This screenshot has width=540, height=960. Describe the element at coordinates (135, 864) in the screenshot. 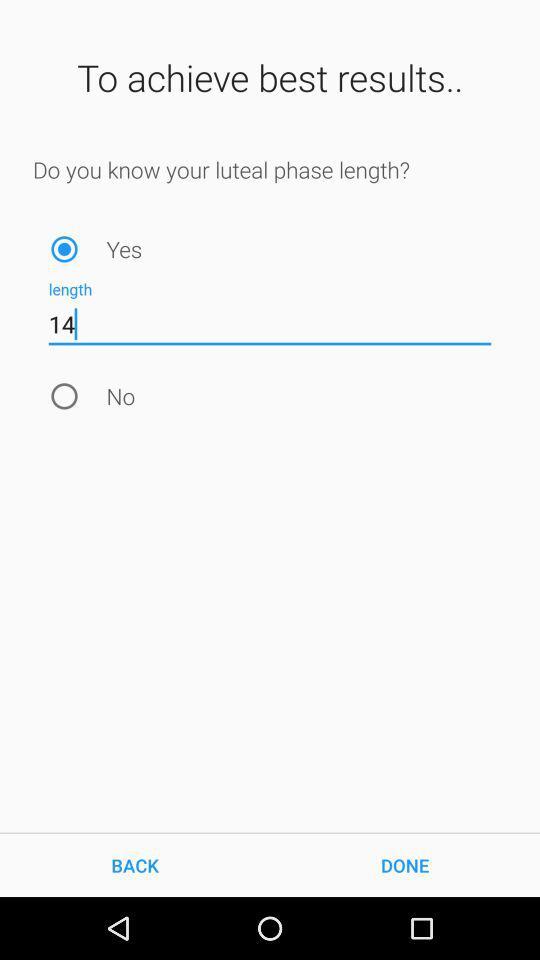

I see `the item to the left of done icon` at that location.